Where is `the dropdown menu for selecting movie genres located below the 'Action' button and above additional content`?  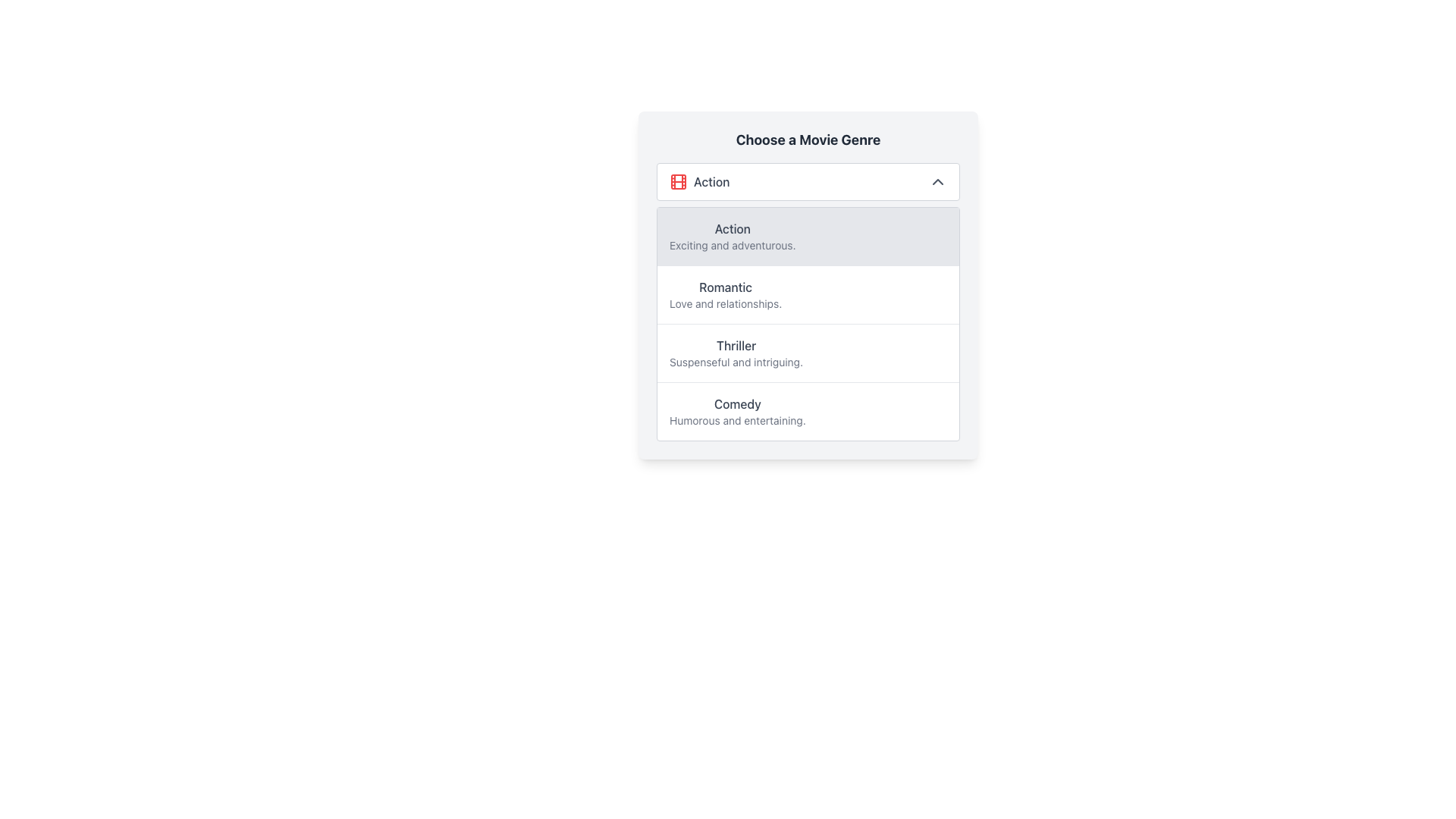
the dropdown menu for selecting movie genres located below the 'Action' button and above additional content is located at coordinates (807, 323).